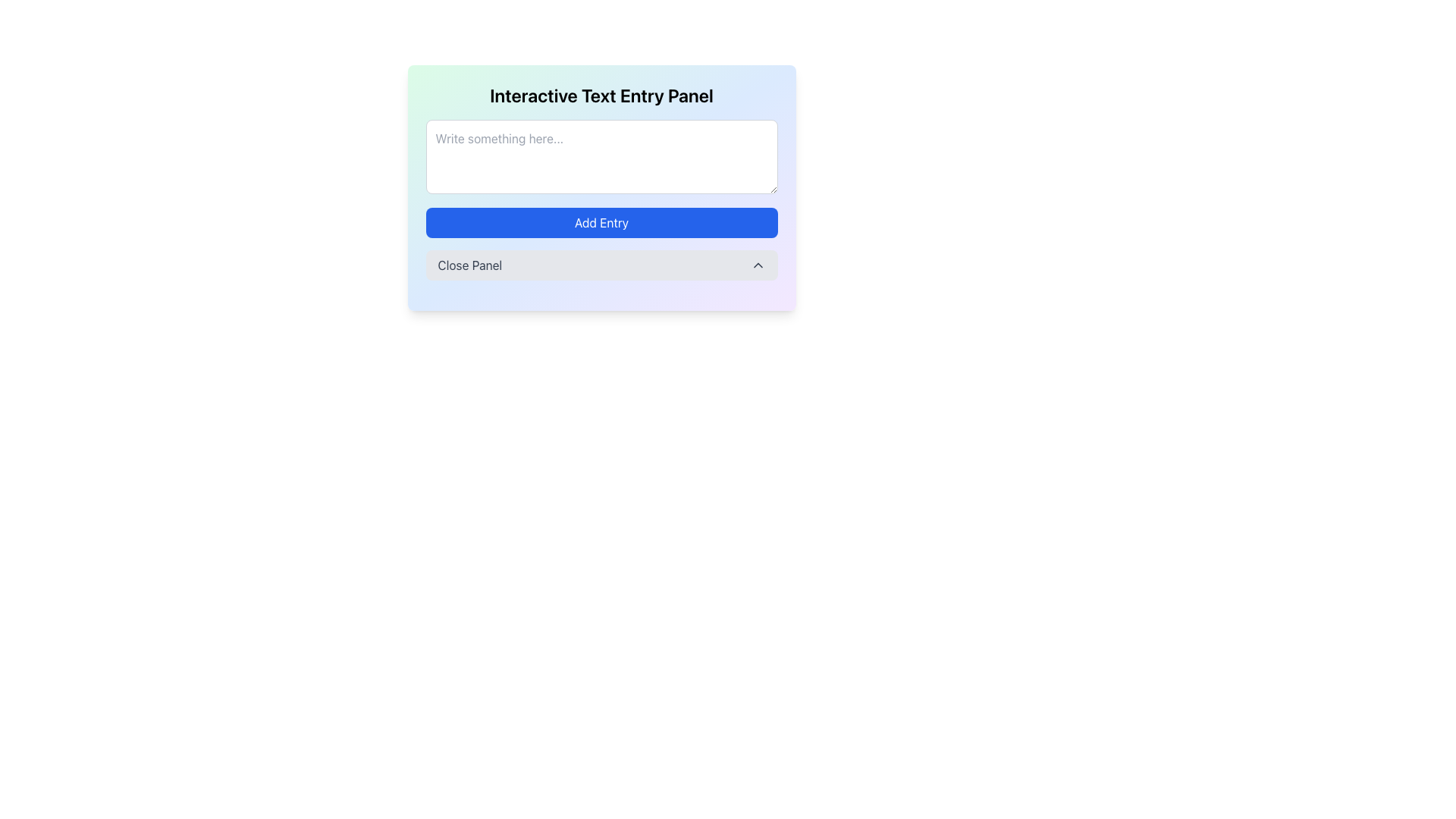 Image resolution: width=1456 pixels, height=819 pixels. What do you see at coordinates (601, 96) in the screenshot?
I see `the Static Text element which serves as a descriptive label or heading for the panel, positioned at the top of the central panel` at bounding box center [601, 96].